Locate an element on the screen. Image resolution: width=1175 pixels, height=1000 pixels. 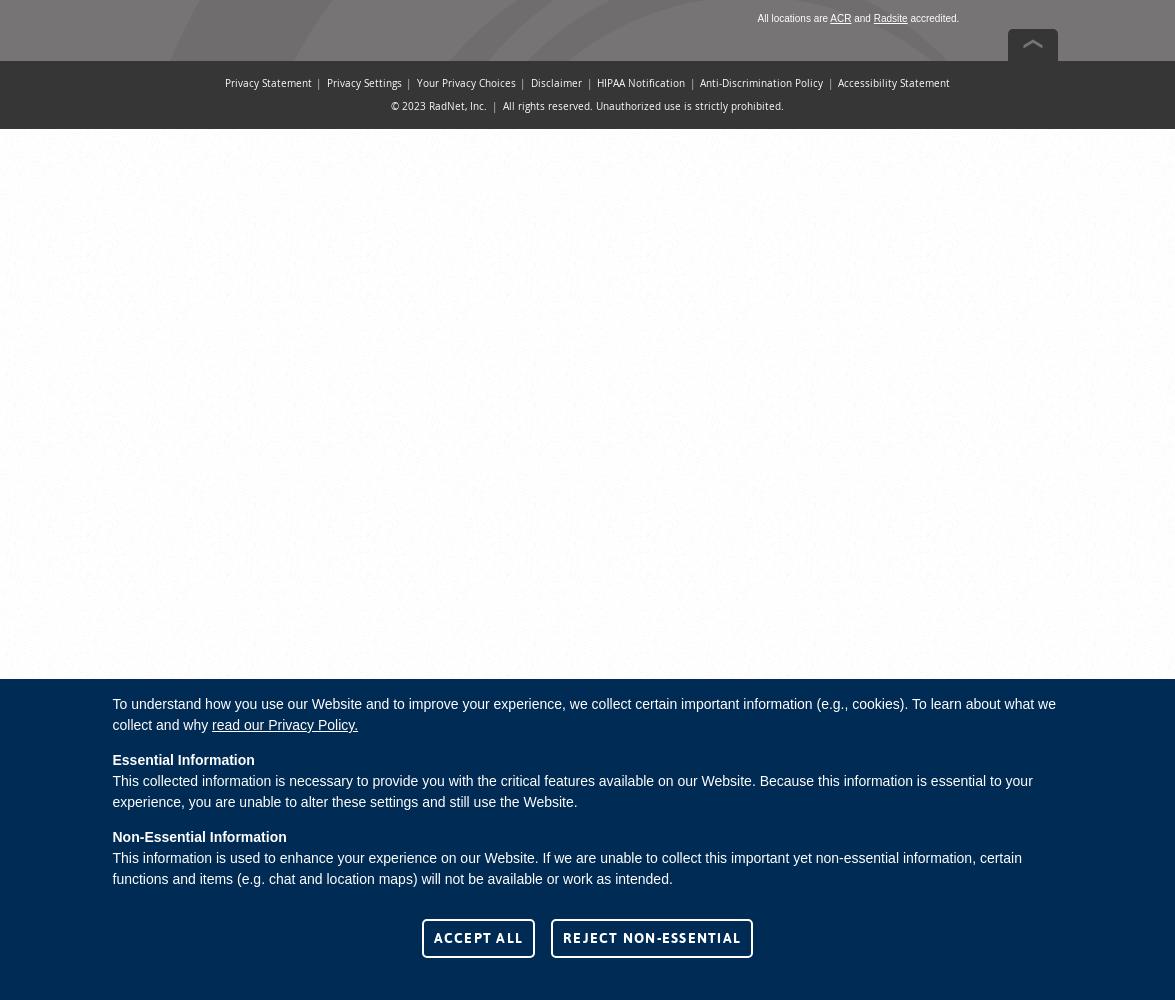
'Essential Information' is located at coordinates (182, 760).